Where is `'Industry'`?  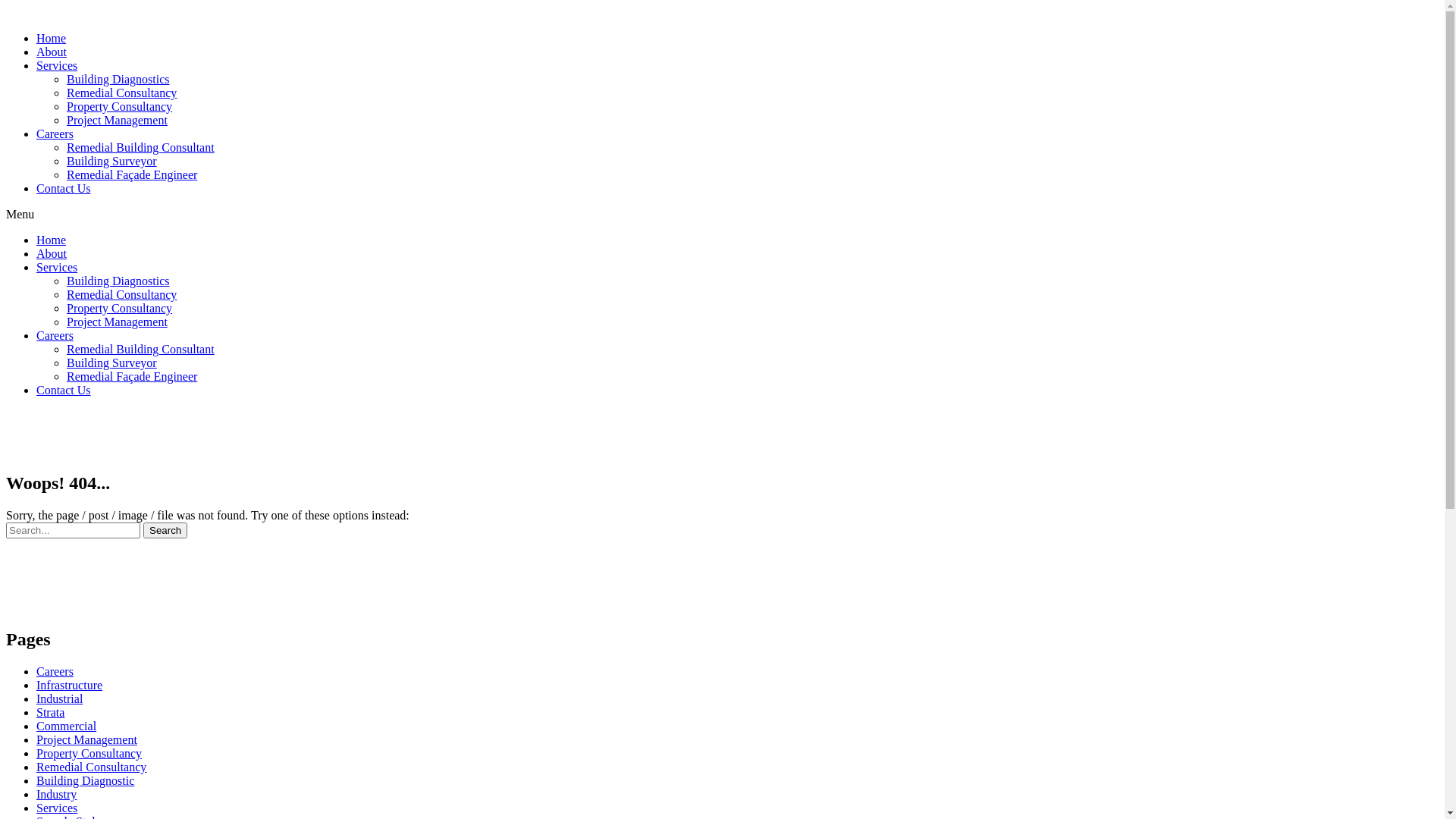
'Industry' is located at coordinates (56, 793).